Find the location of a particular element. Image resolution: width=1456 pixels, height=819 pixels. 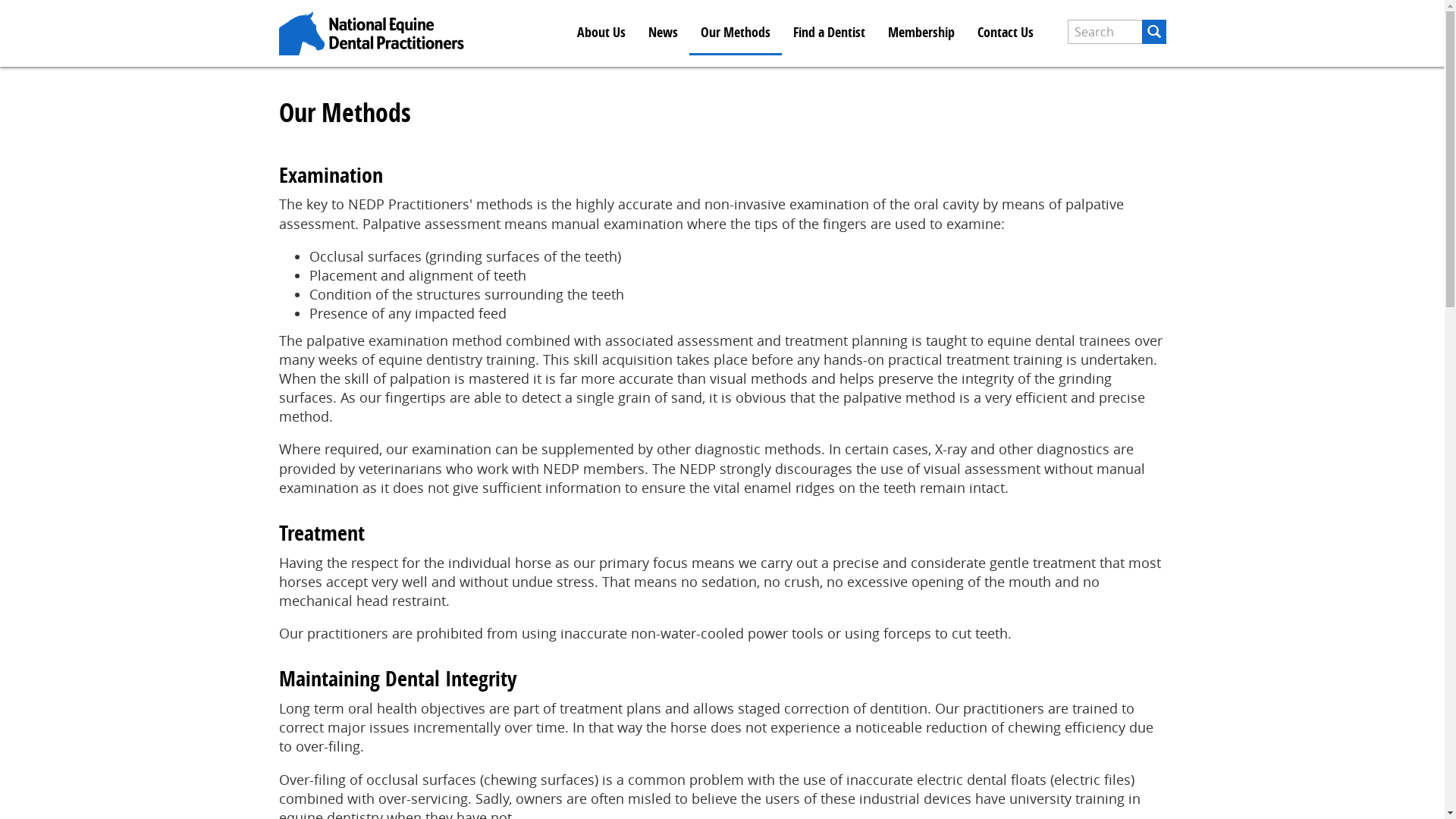

'Enter the terms you wish to search for.' is located at coordinates (1066, 32).